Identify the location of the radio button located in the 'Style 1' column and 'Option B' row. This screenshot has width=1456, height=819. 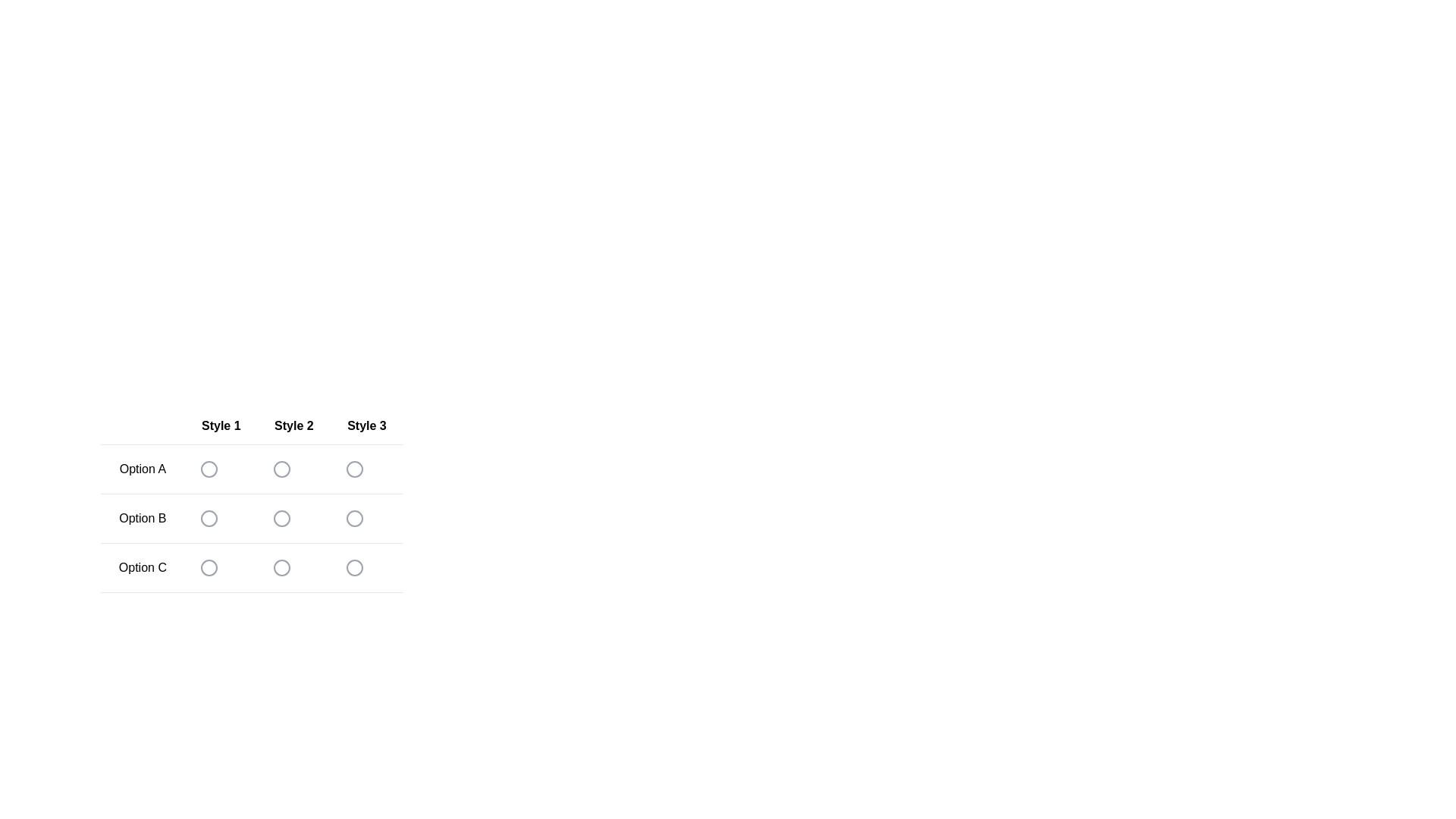
(208, 517).